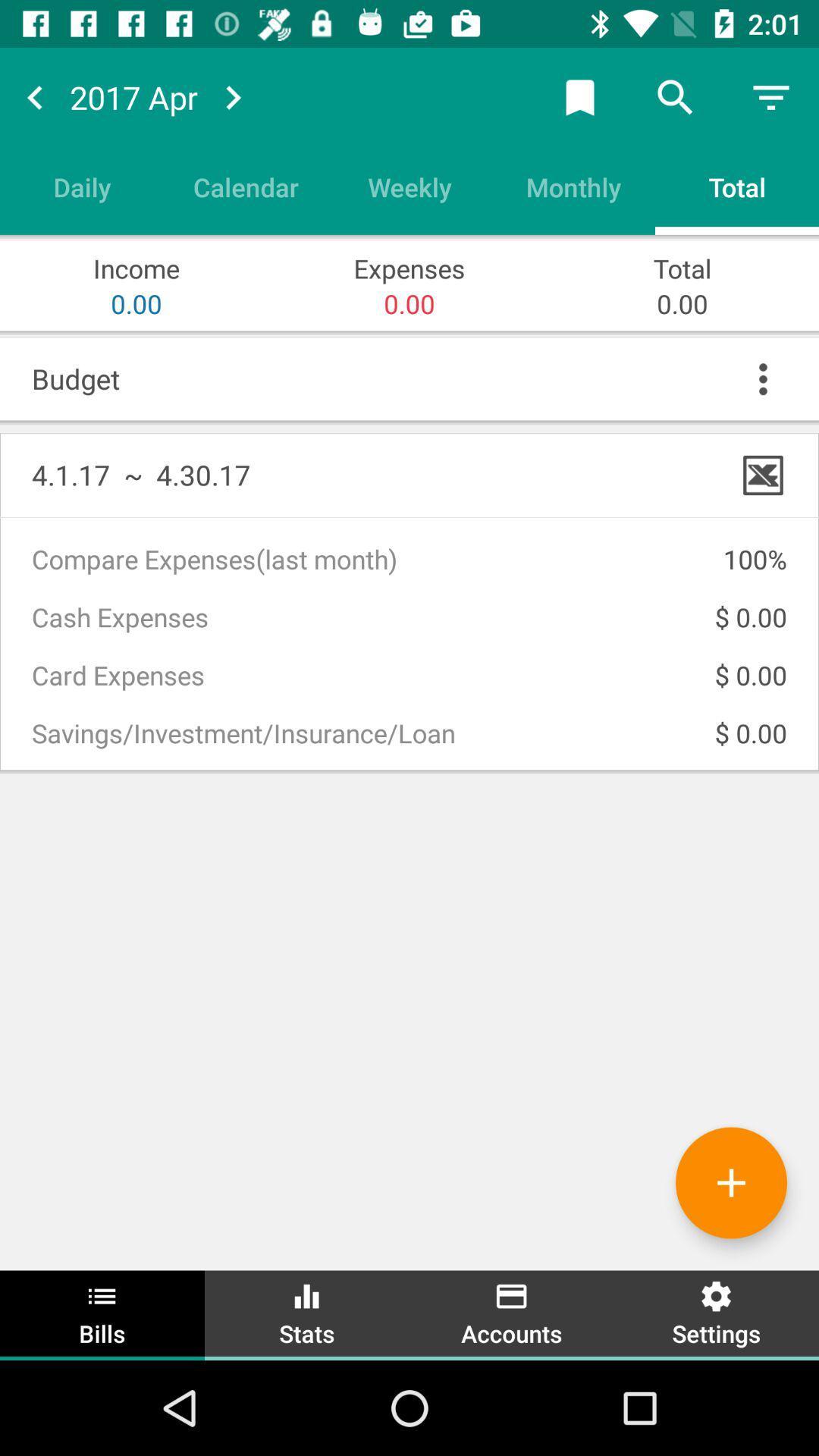 This screenshot has height=1456, width=819. Describe the element at coordinates (579, 96) in the screenshot. I see `bookmark page` at that location.